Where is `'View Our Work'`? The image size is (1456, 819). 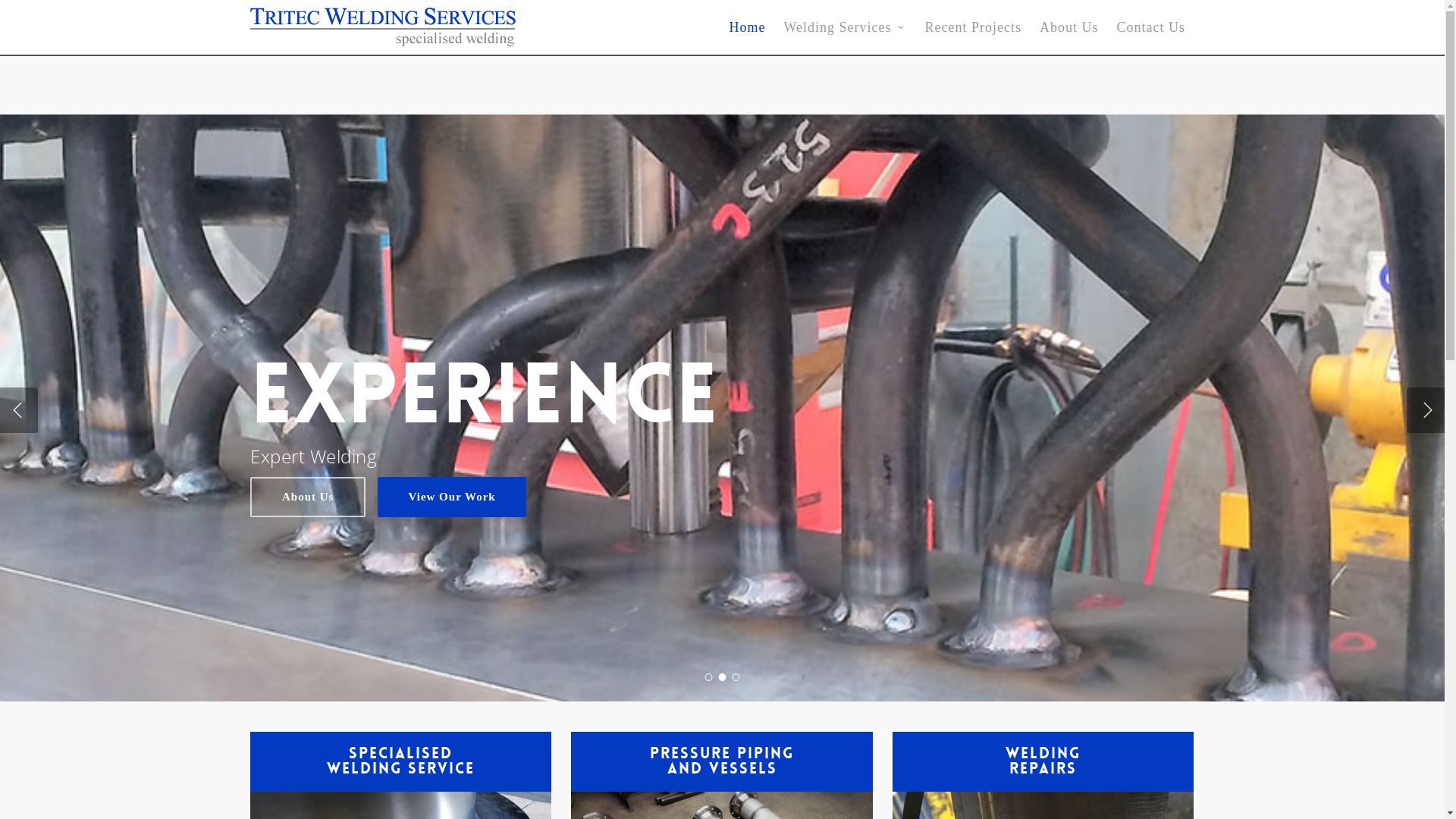 'View Our Work' is located at coordinates (450, 497).